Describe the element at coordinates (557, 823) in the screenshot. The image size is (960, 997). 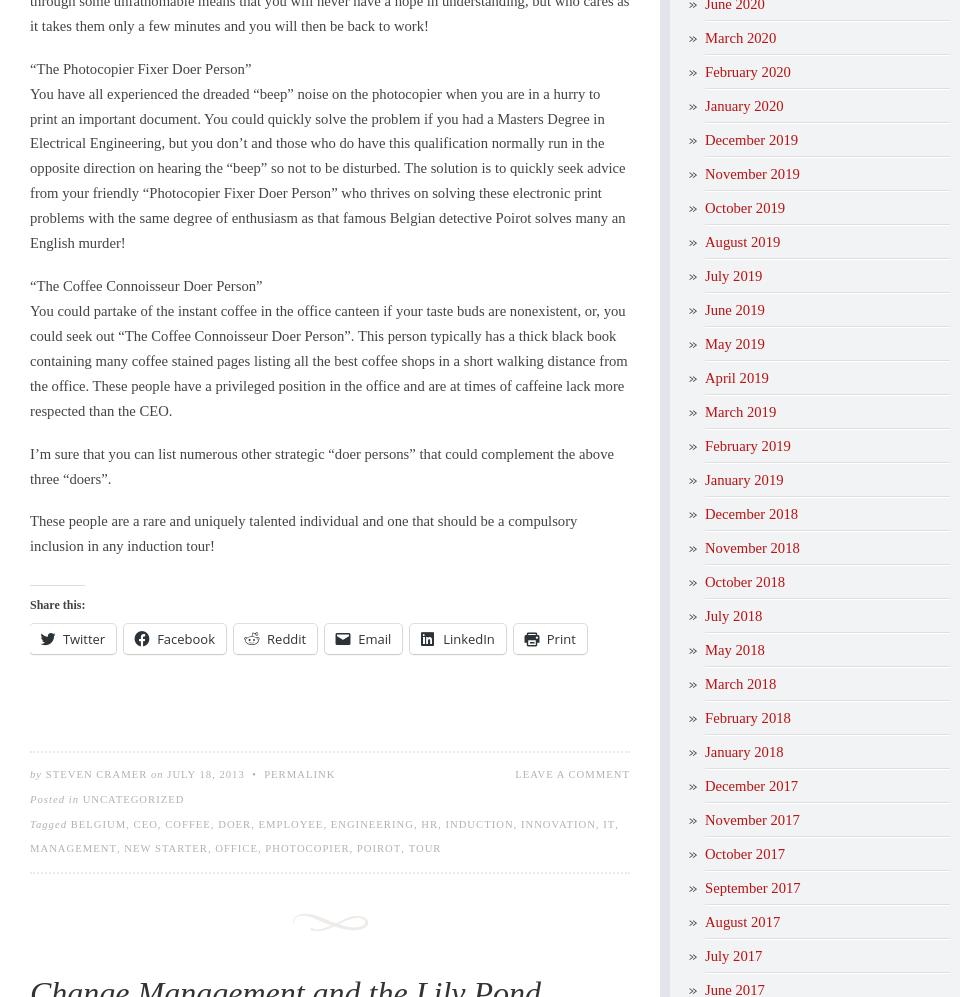
I see `'innovation'` at that location.